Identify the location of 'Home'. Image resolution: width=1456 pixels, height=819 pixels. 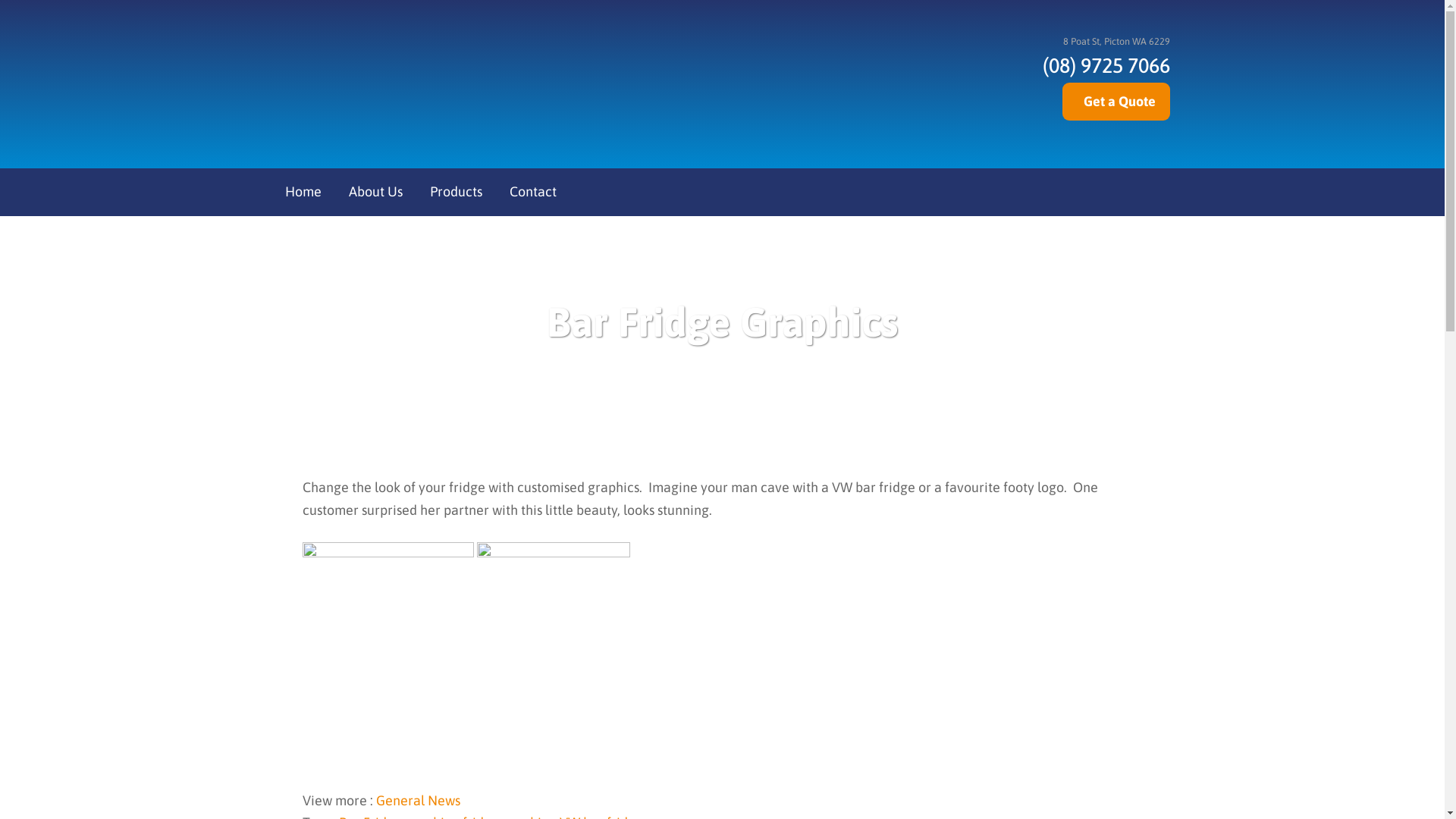
(303, 191).